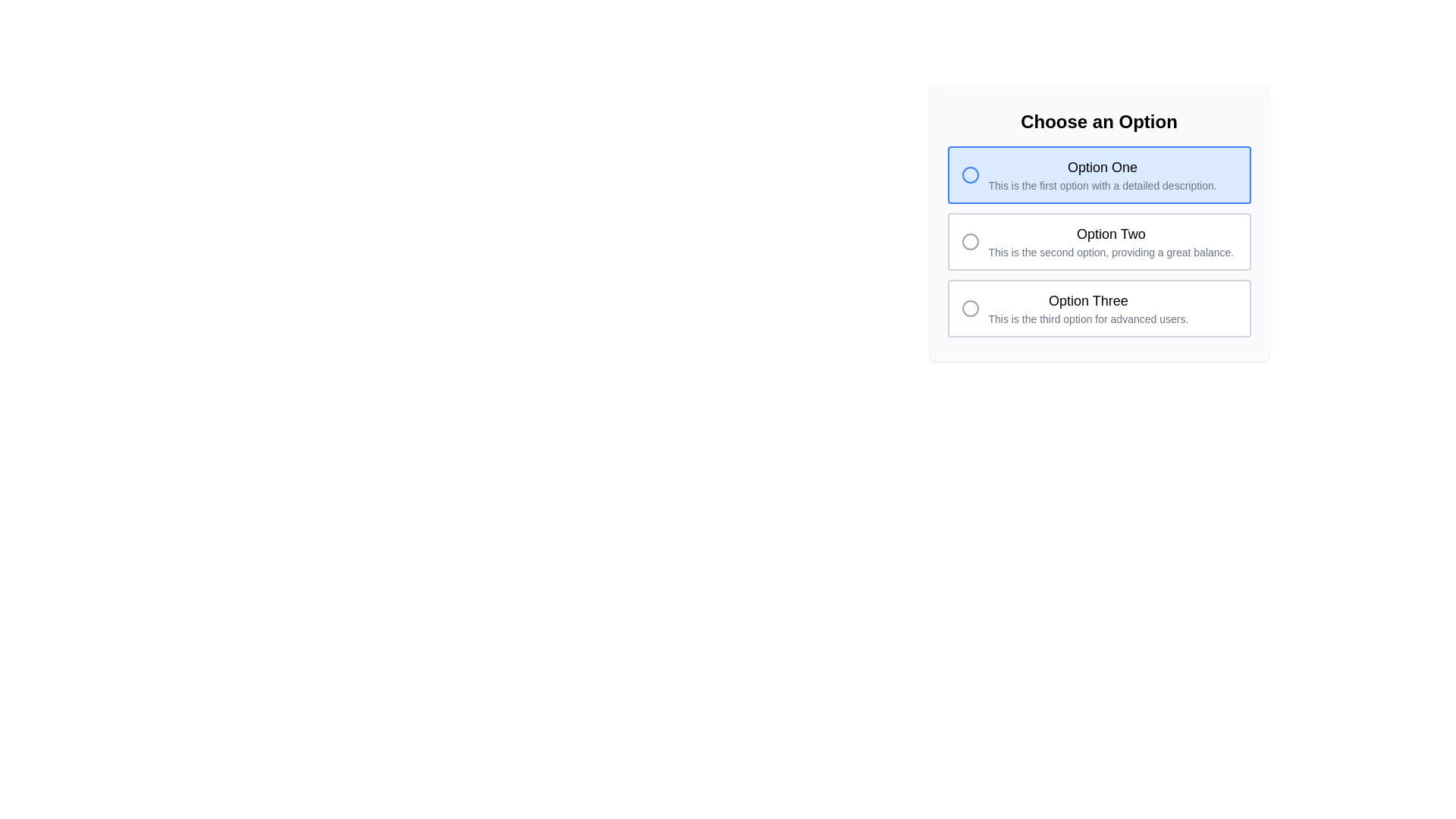 The image size is (1456, 819). Describe the element at coordinates (969, 174) in the screenshot. I see `the circular graphical element of the radio button labeled 'Option One'` at that location.